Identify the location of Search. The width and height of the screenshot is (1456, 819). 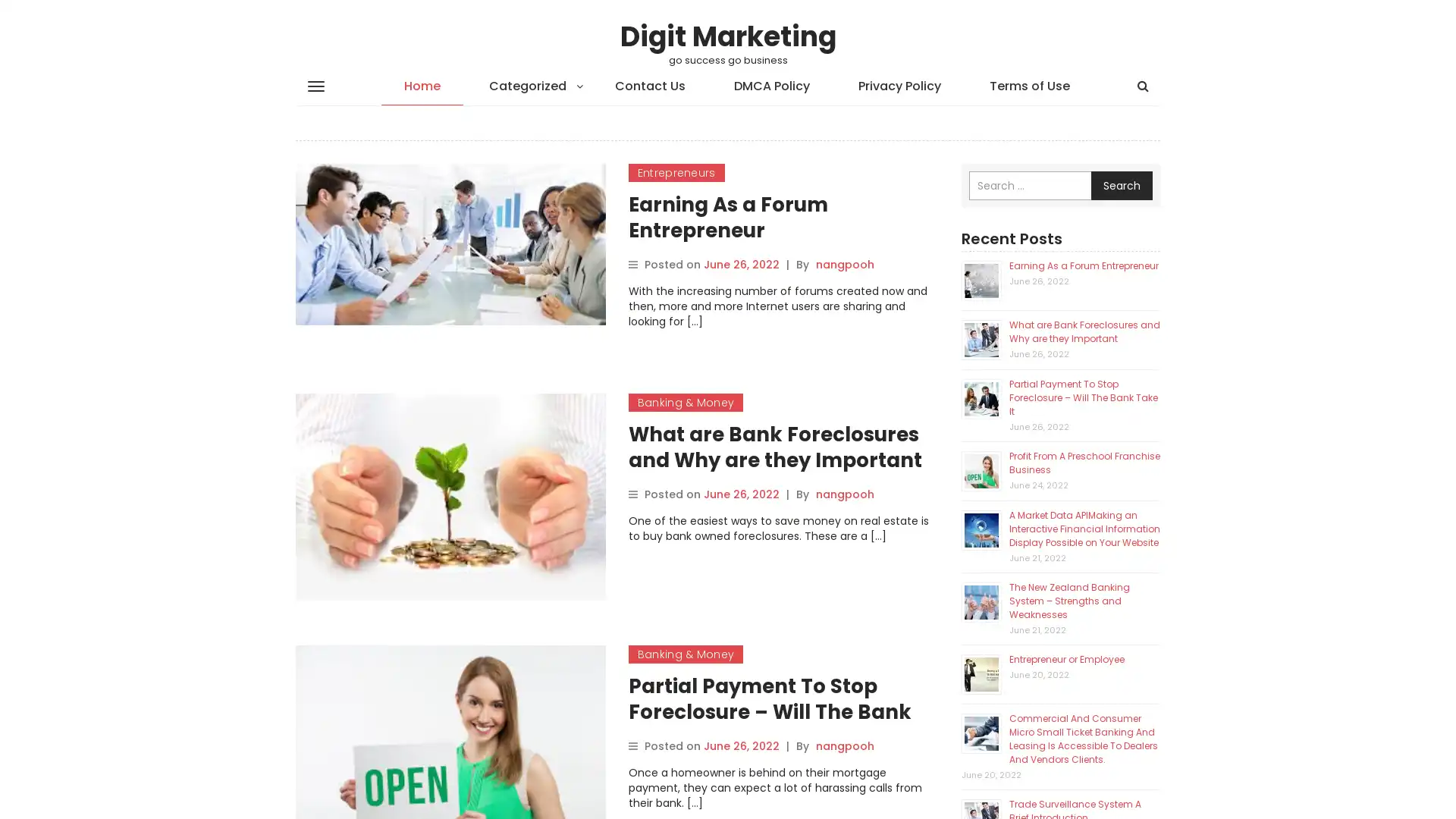
(1122, 185).